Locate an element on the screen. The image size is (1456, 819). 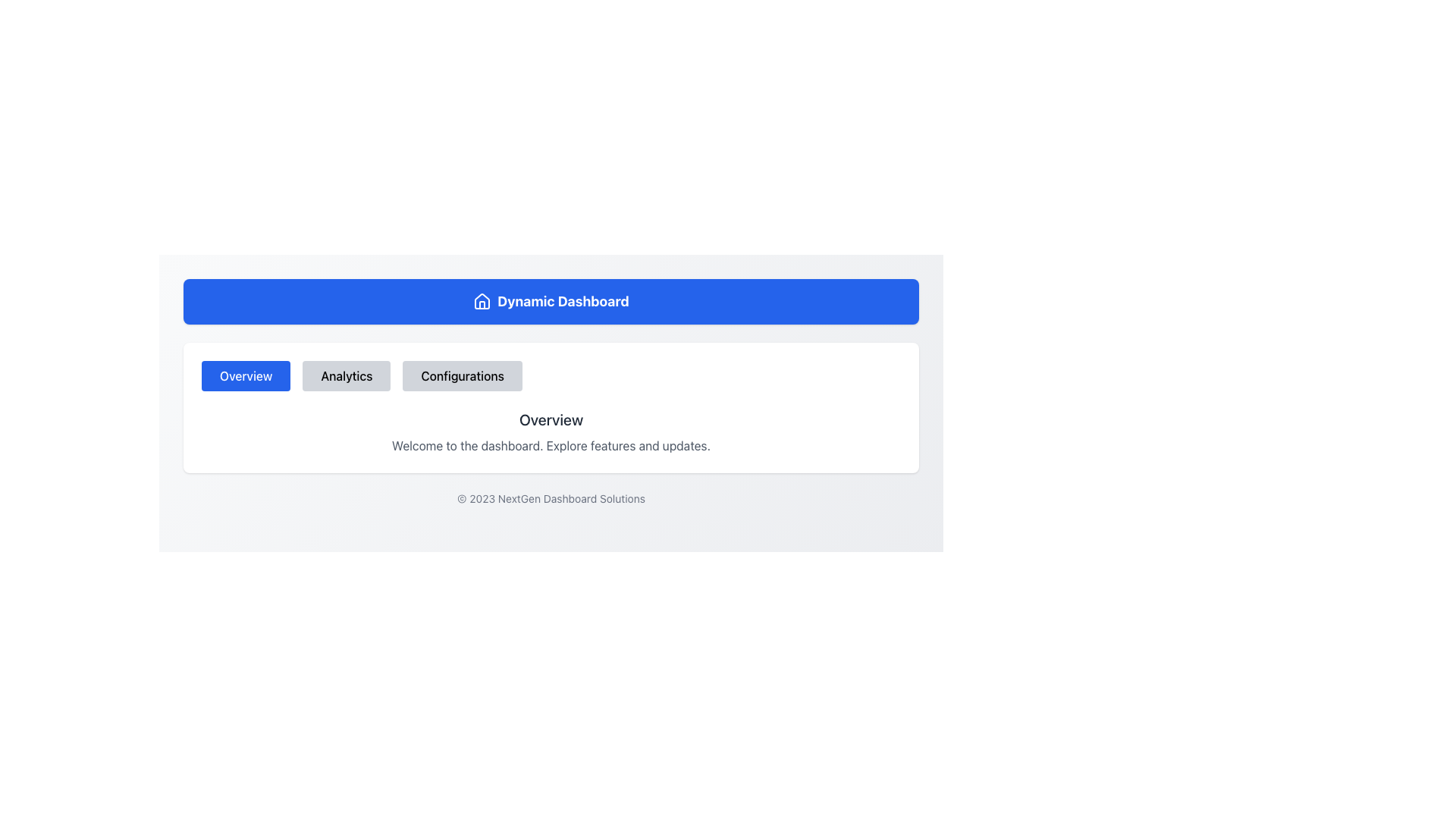
the 'Configurations' button, which is a light grey rectangular button with rounded corners containing the word 'Configurations' in black font, to change its background color is located at coordinates (462, 375).